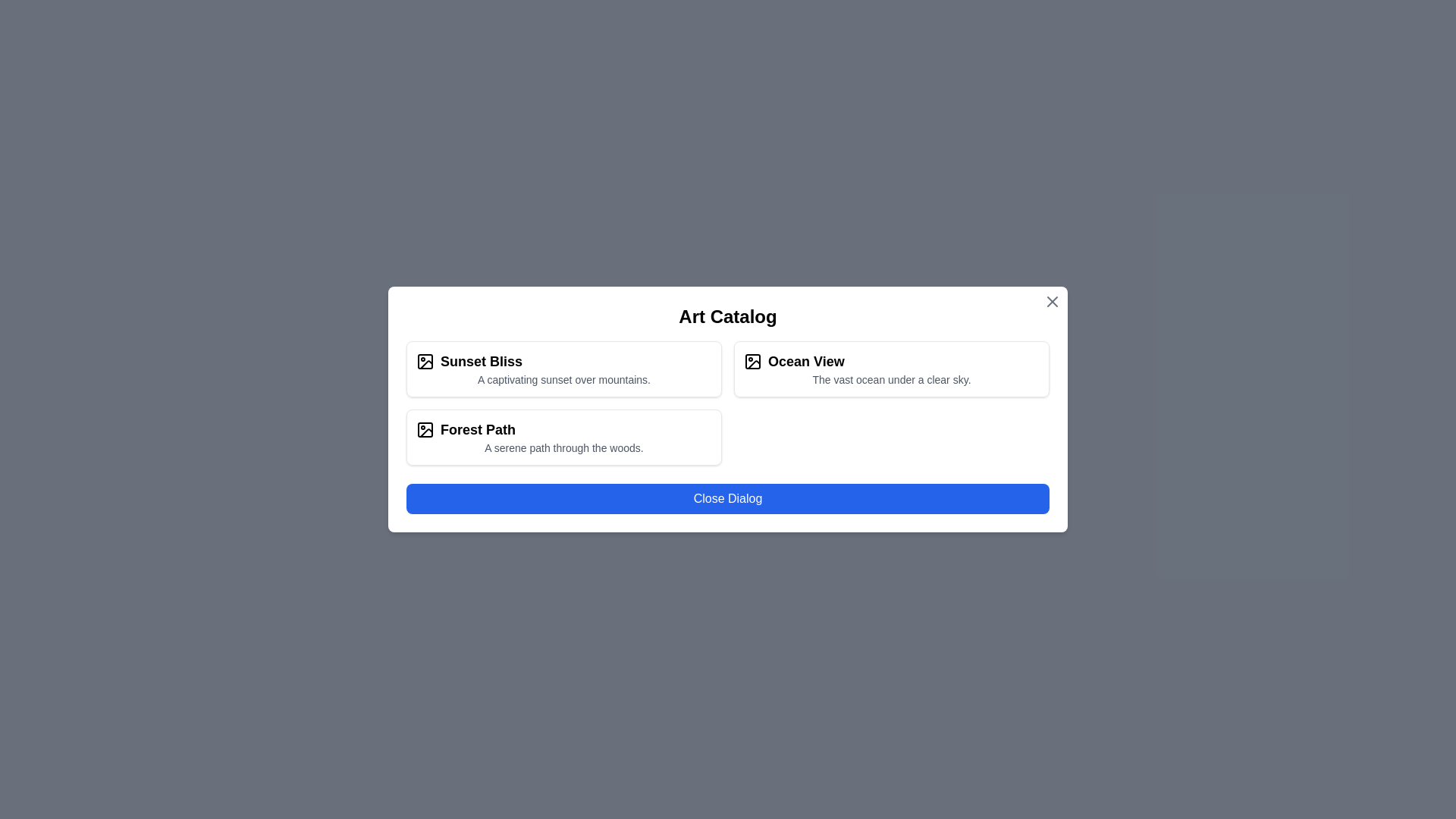 This screenshot has width=1456, height=819. I want to click on the 'Close' button to close the dialog, so click(728, 499).